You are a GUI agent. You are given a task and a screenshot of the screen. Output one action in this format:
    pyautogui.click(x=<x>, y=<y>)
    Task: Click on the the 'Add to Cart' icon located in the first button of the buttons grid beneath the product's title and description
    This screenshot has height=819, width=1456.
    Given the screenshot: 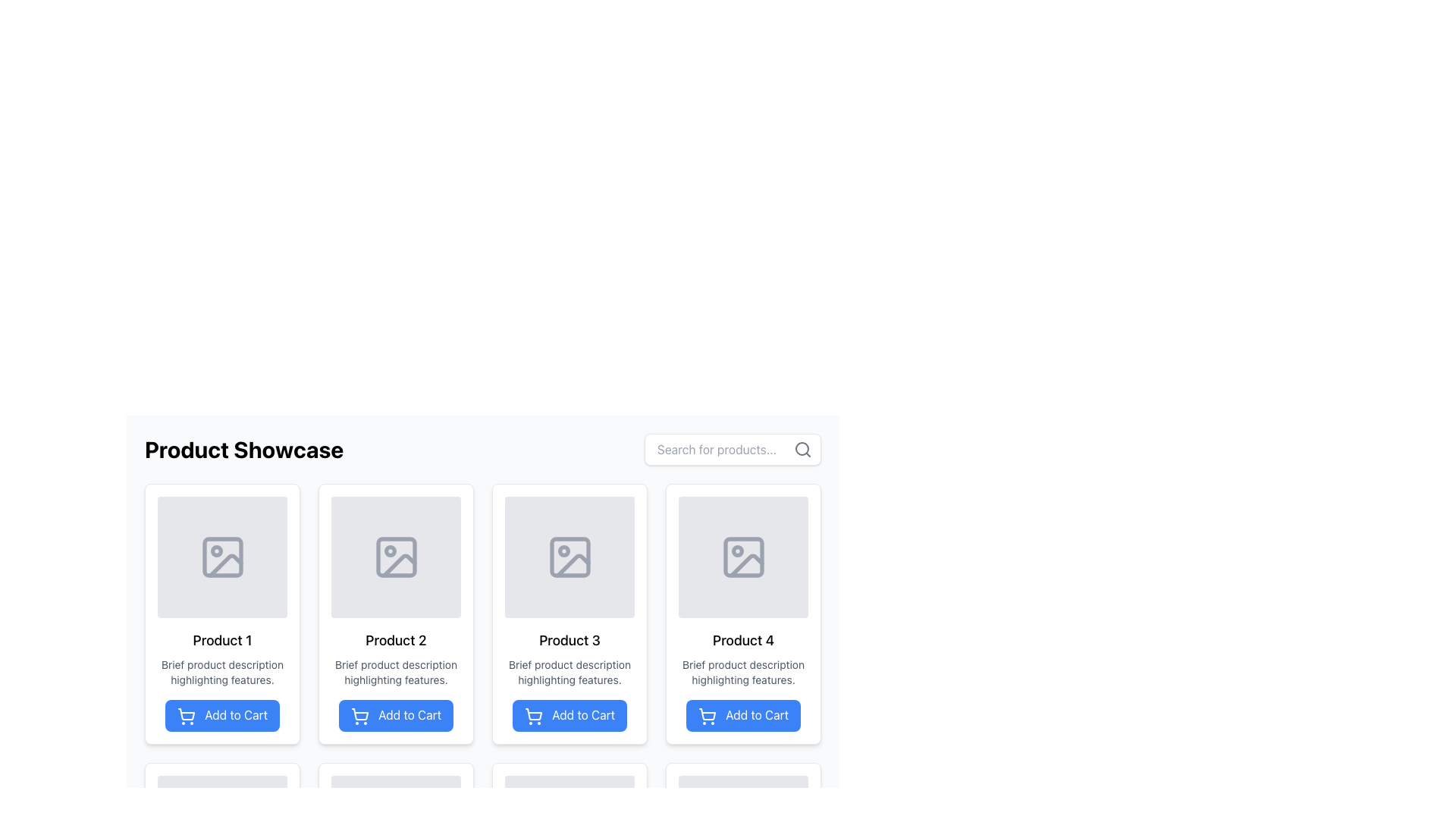 What is the action you would take?
    pyautogui.click(x=185, y=716)
    